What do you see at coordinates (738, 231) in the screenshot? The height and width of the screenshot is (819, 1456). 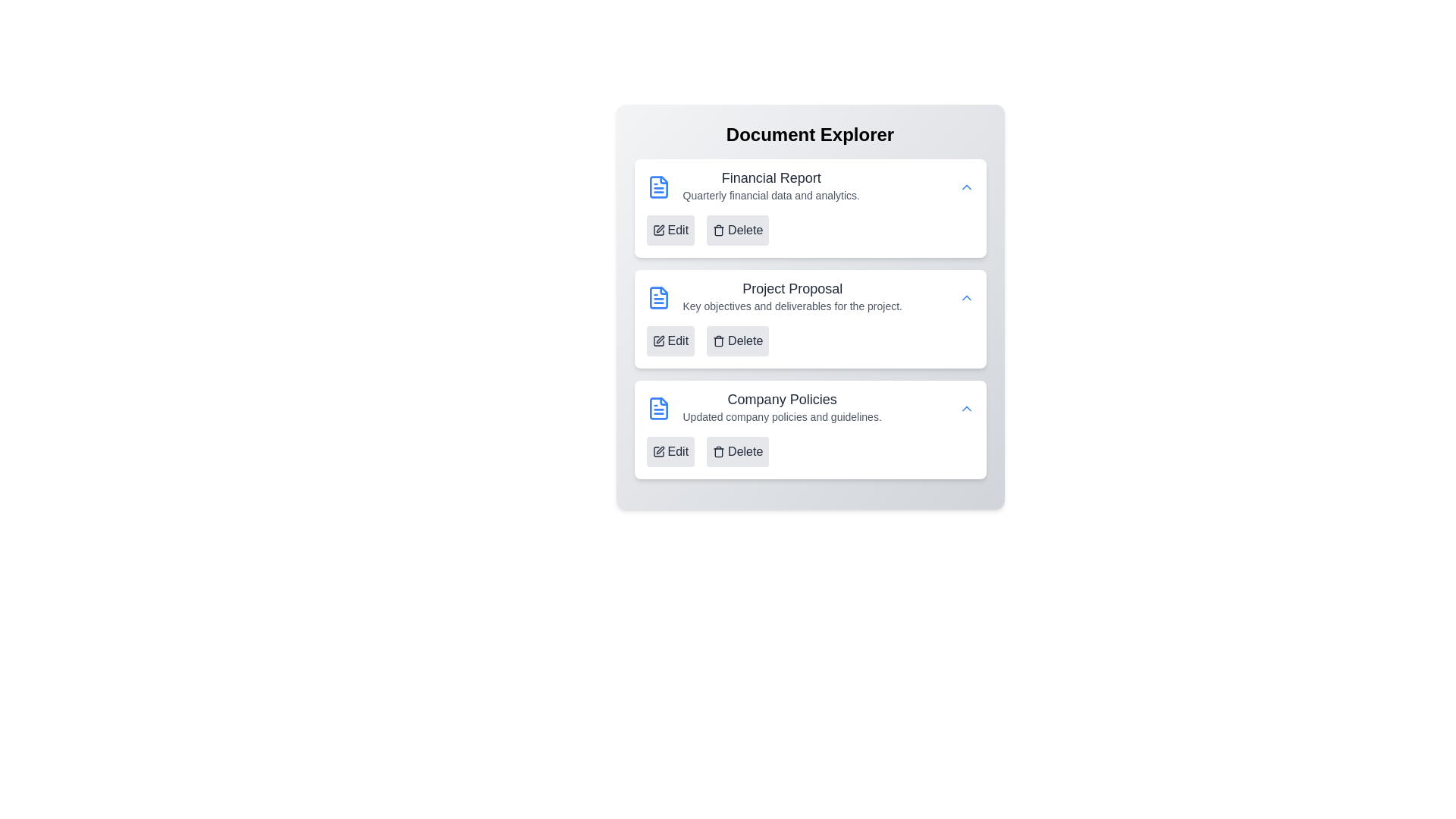 I see `'Delete' button for the document titled 'Financial Report'` at bounding box center [738, 231].